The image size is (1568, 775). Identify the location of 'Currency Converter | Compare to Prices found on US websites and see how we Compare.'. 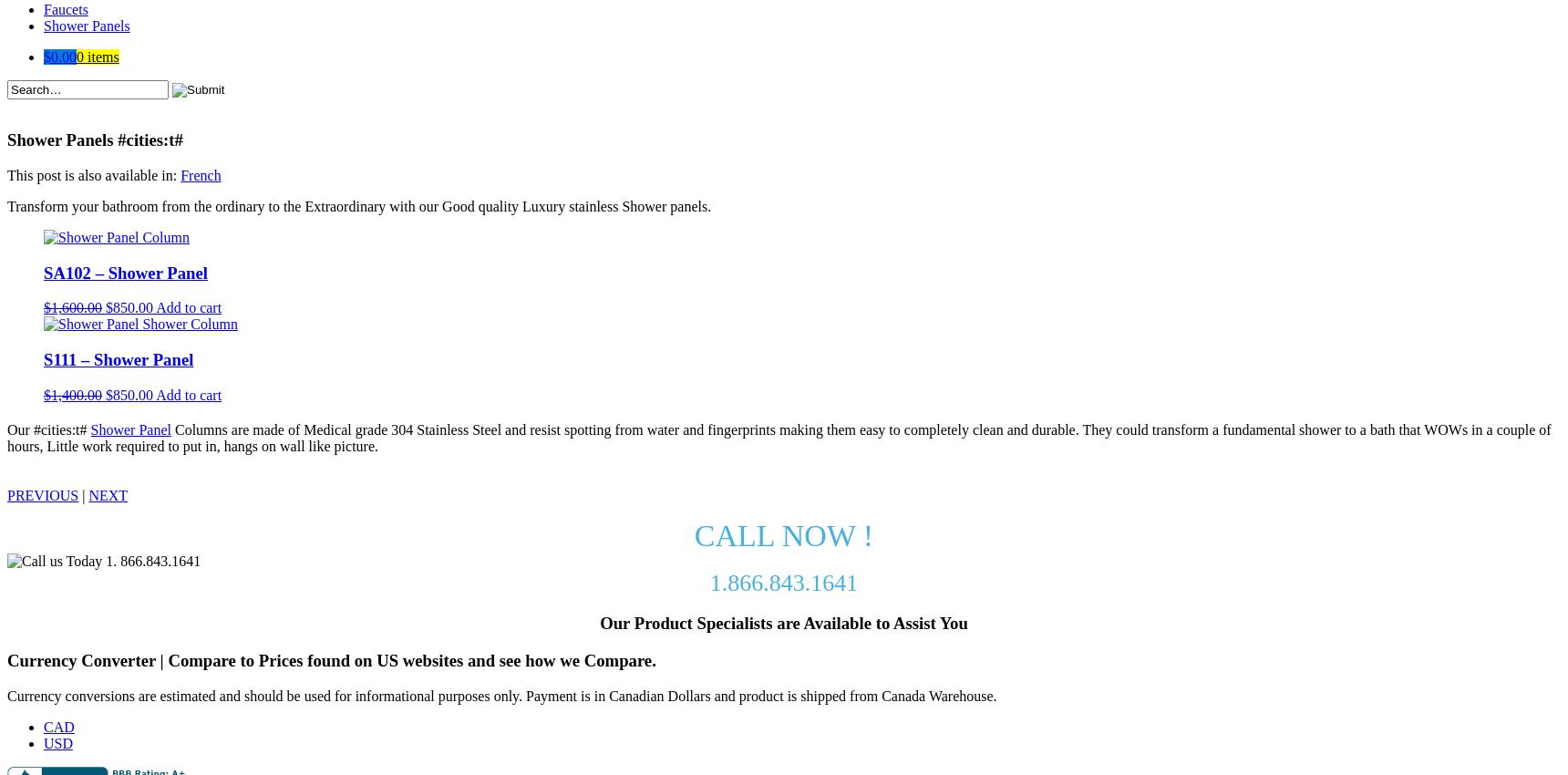
(331, 660).